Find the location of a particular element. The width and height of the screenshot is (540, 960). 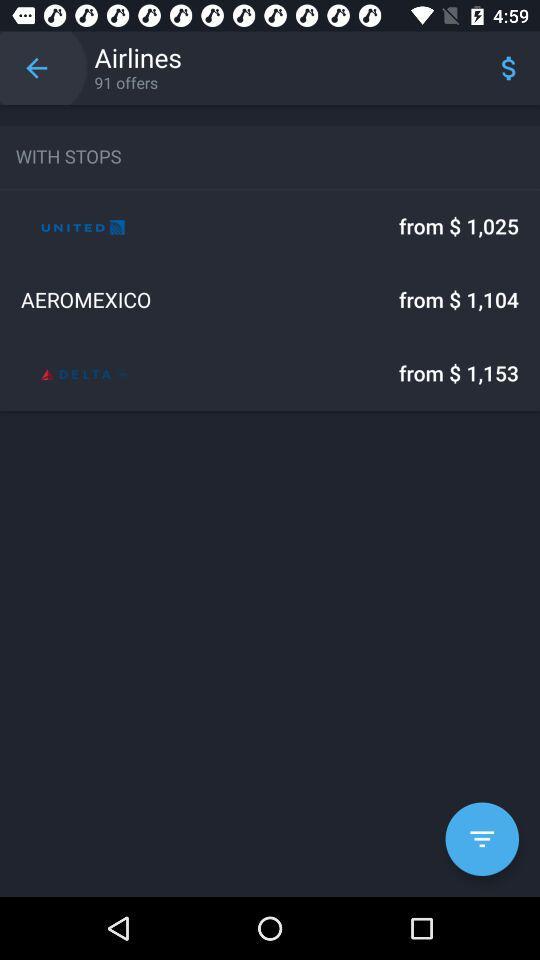

item above the with stops icon is located at coordinates (36, 68).